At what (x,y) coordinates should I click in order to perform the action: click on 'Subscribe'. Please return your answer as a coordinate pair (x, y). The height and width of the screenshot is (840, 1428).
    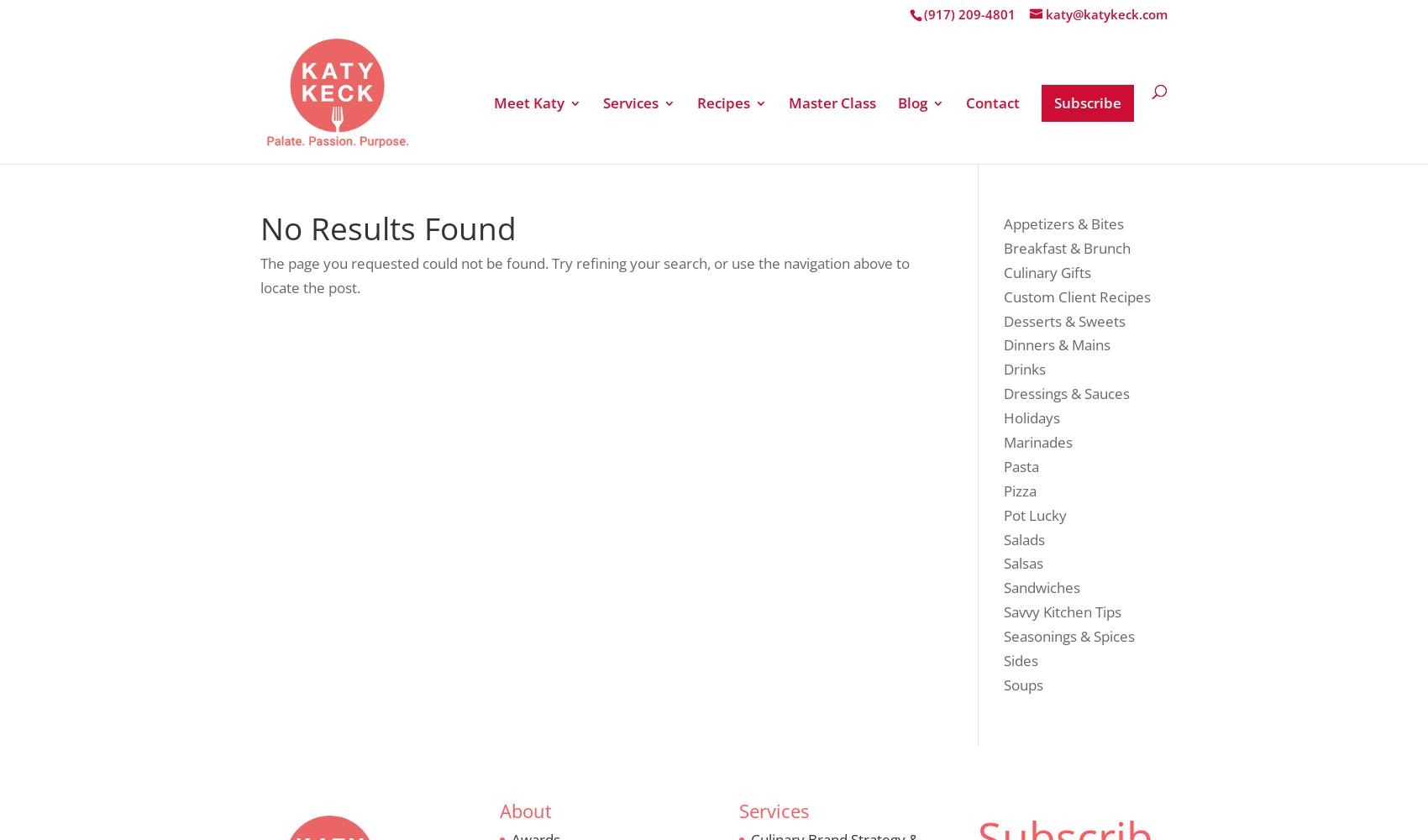
    Looking at the image, I should click on (1088, 102).